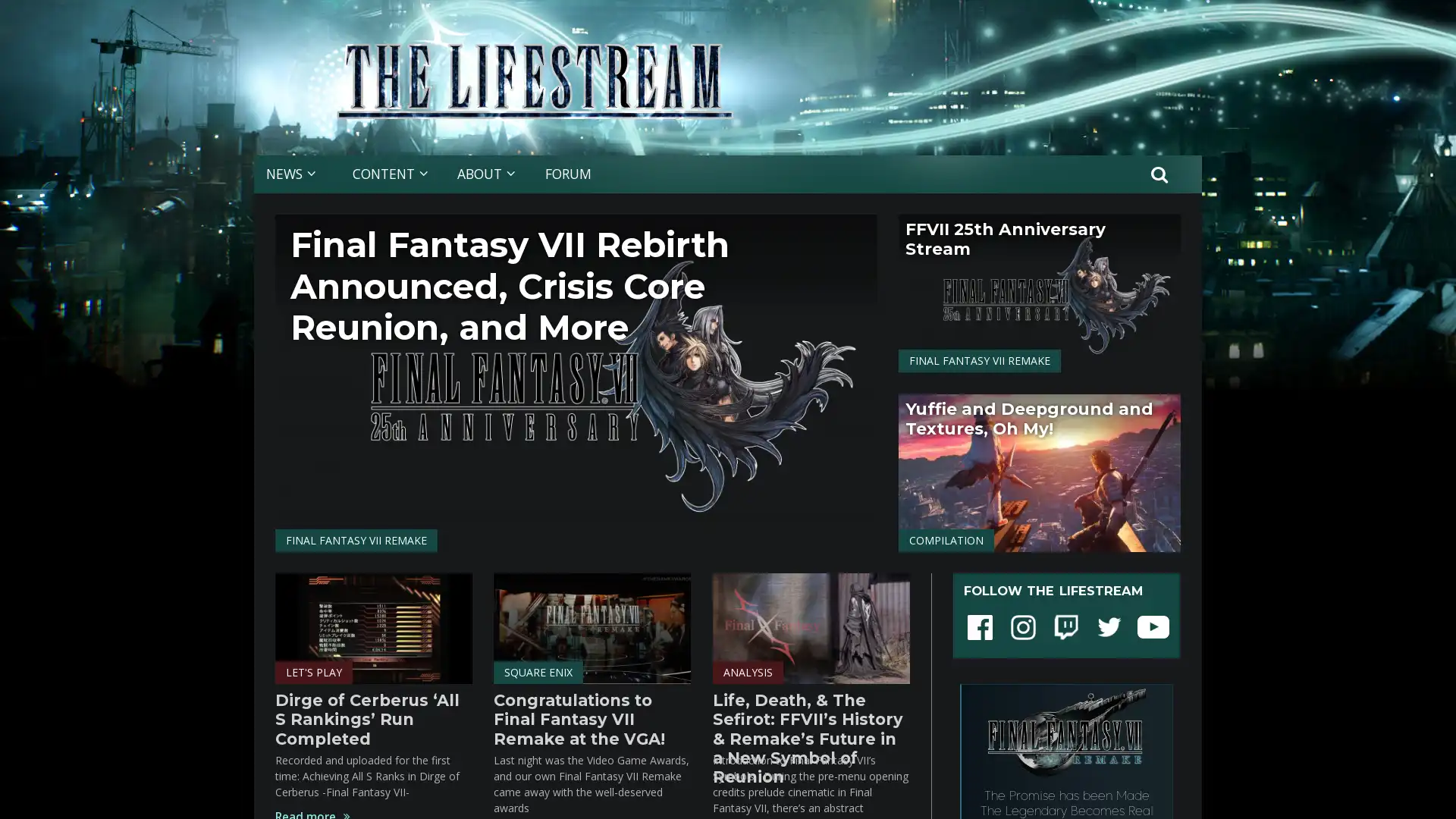  Describe the element at coordinates (1158, 173) in the screenshot. I see `Search` at that location.